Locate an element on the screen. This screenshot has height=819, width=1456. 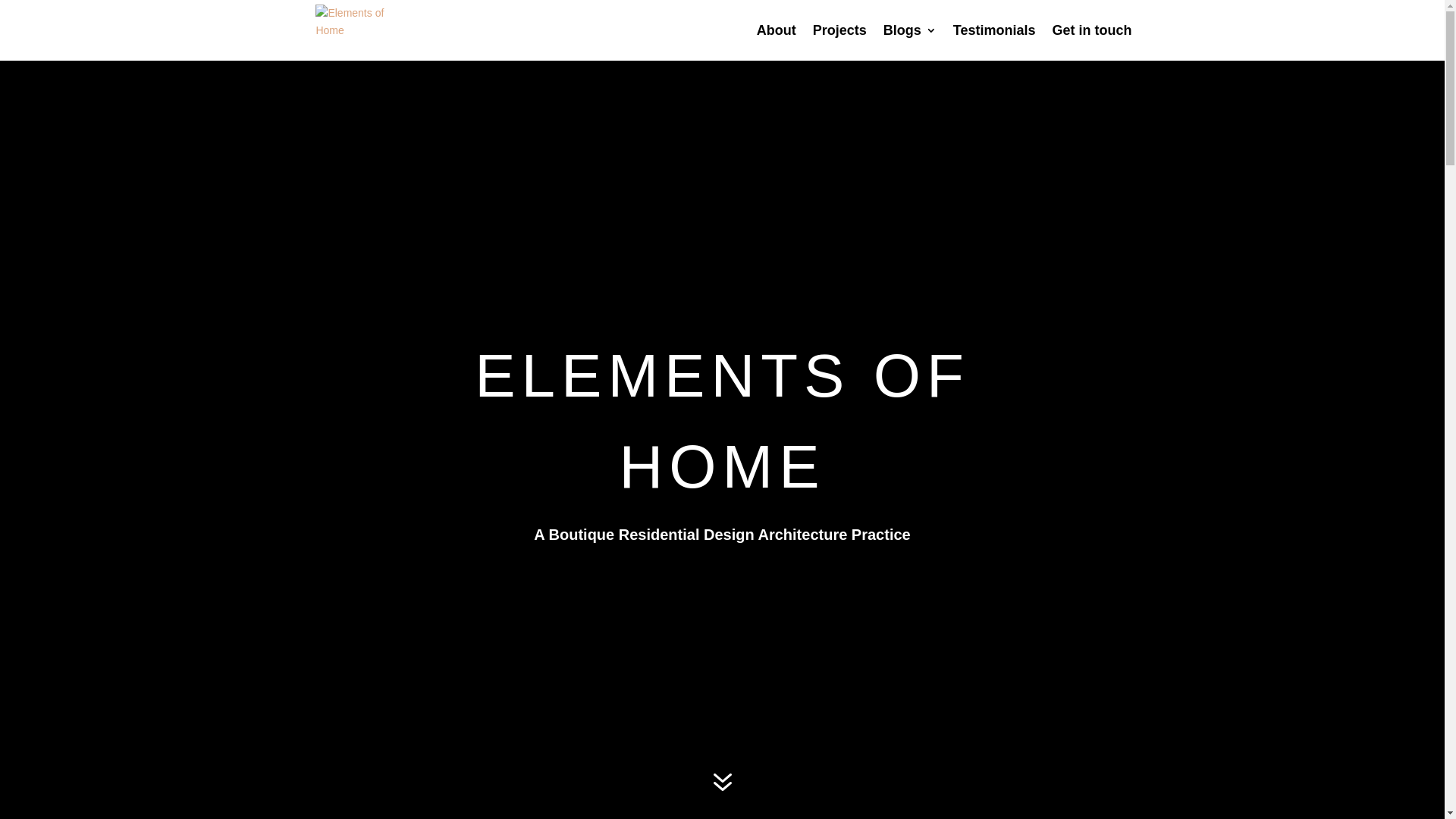
'Testimonials' is located at coordinates (994, 42).